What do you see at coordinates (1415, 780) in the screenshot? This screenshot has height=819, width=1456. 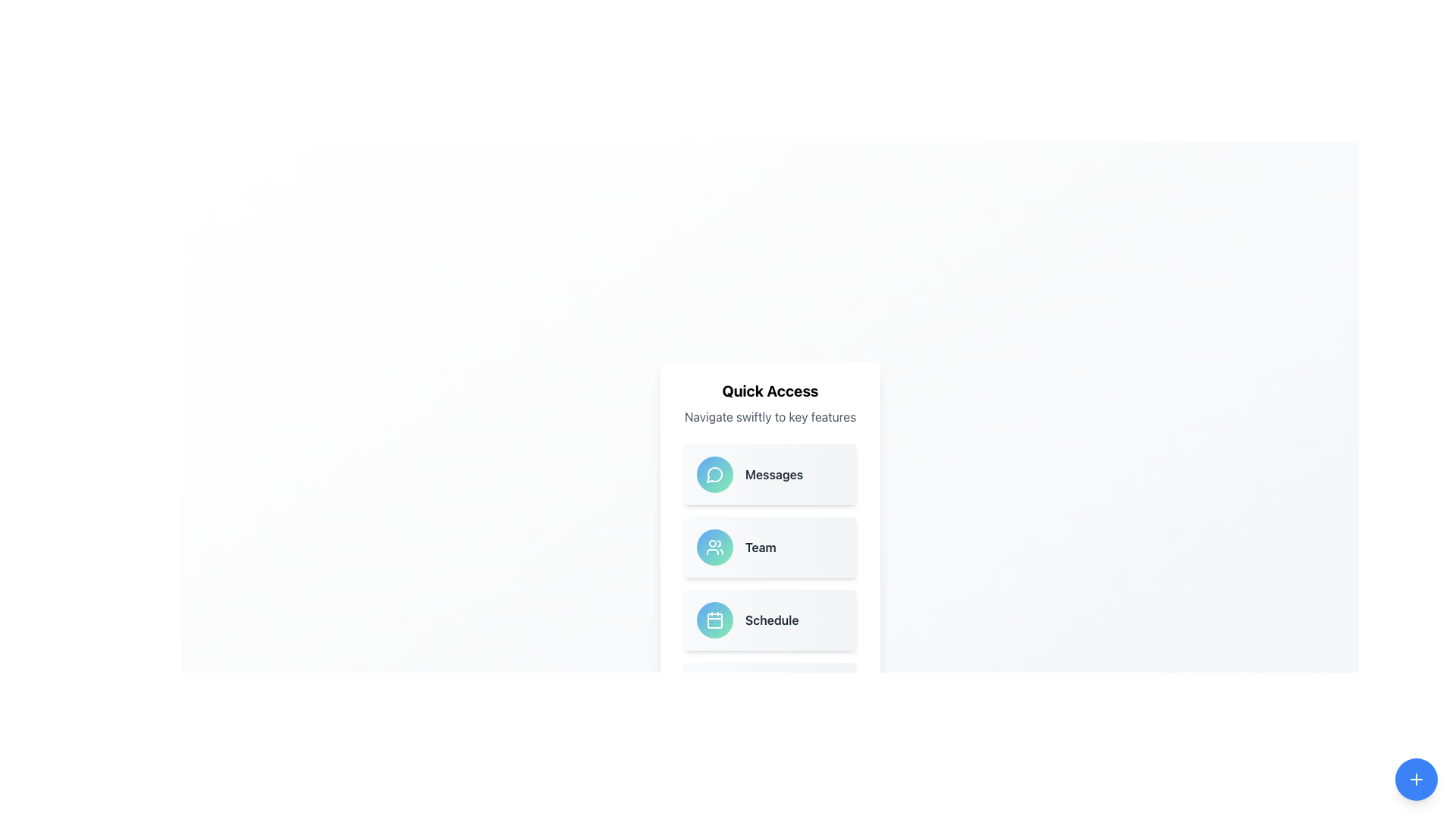 I see `the circular blue button with a white cross icon located in the bottom-right corner of the interface for repositioning` at bounding box center [1415, 780].